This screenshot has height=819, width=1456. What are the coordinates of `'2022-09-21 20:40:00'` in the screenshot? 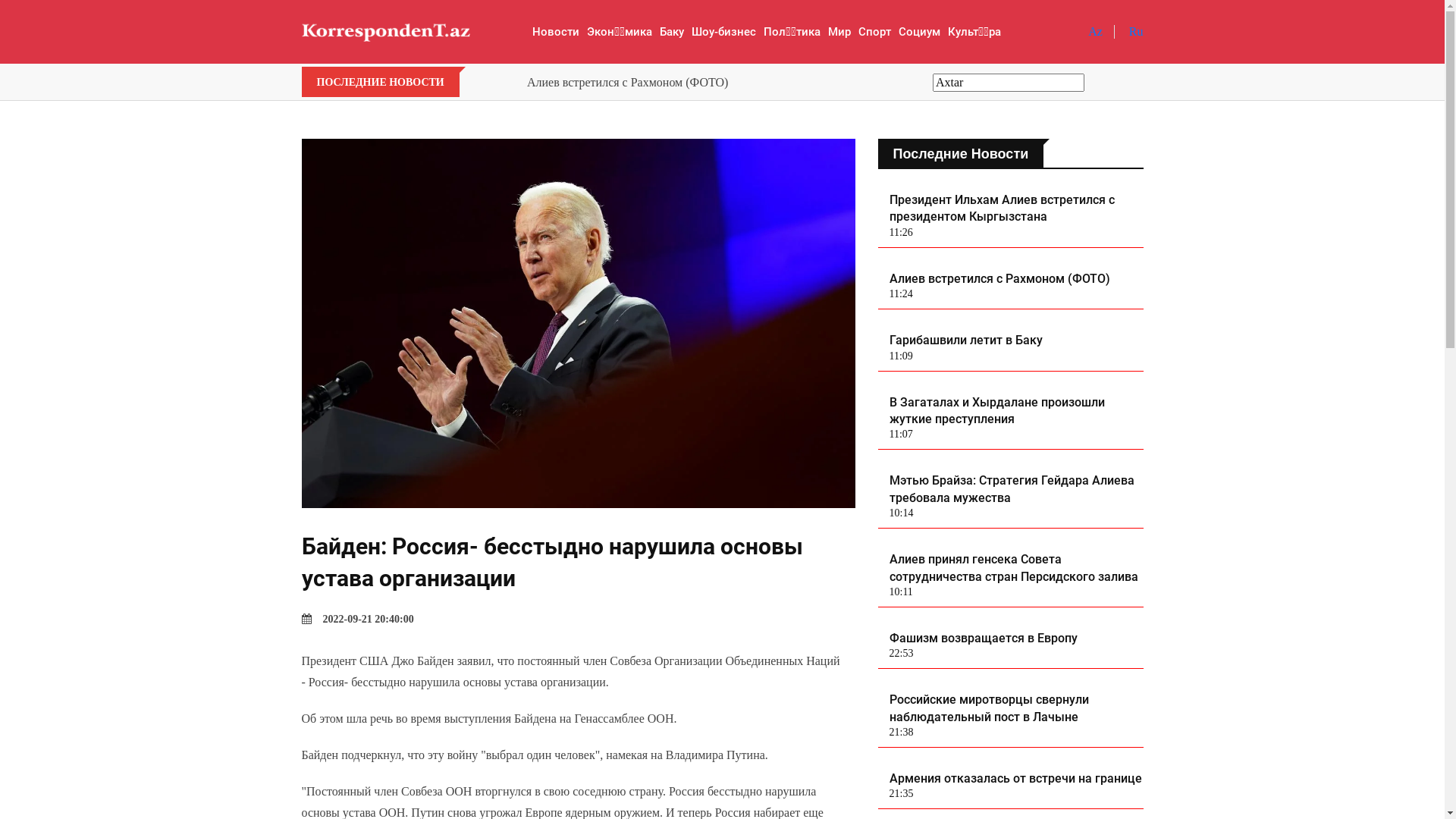 It's located at (302, 619).